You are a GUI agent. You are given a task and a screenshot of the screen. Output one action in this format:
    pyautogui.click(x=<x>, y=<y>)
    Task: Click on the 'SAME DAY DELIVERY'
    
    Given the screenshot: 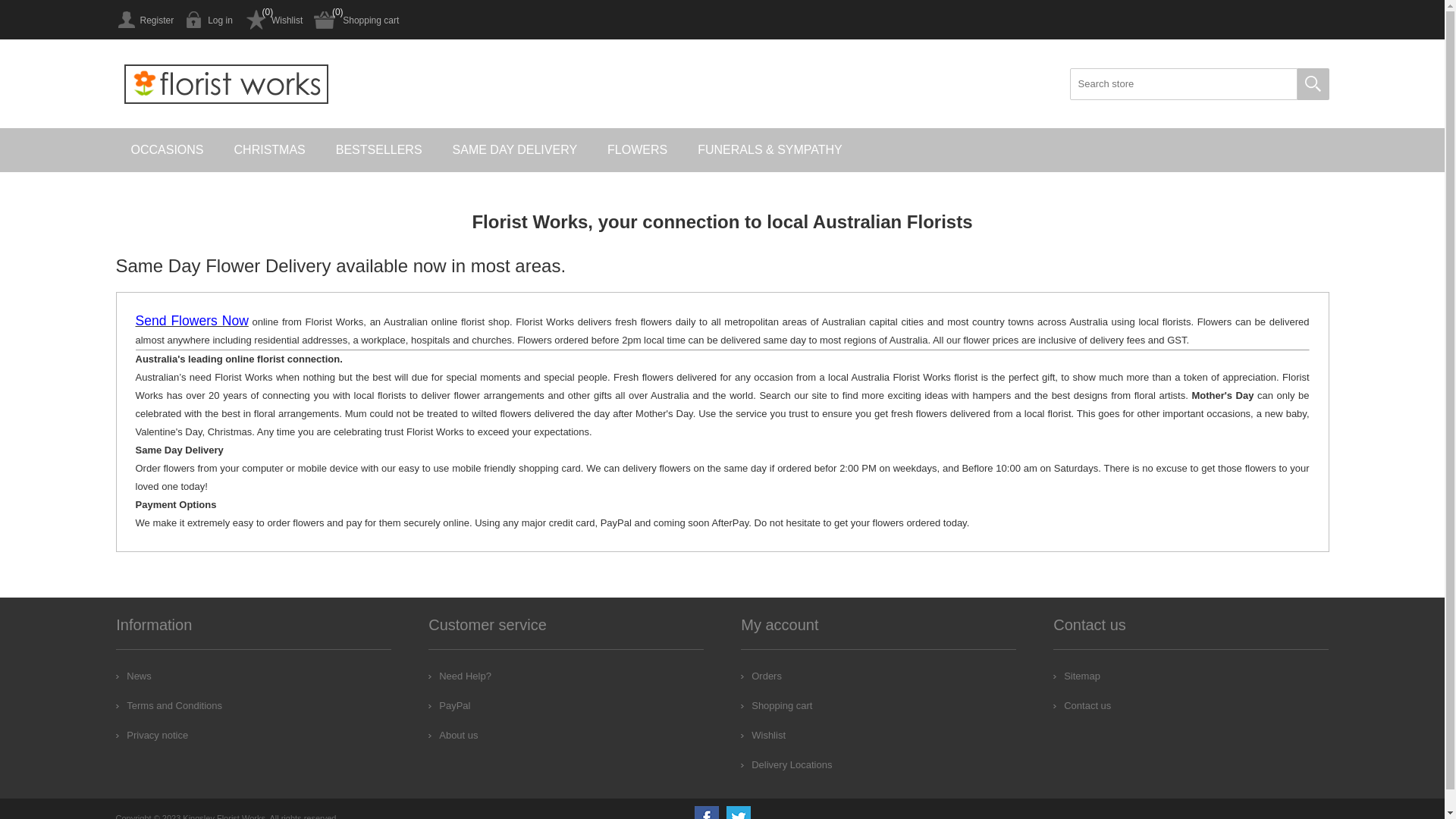 What is the action you would take?
    pyautogui.click(x=515, y=149)
    